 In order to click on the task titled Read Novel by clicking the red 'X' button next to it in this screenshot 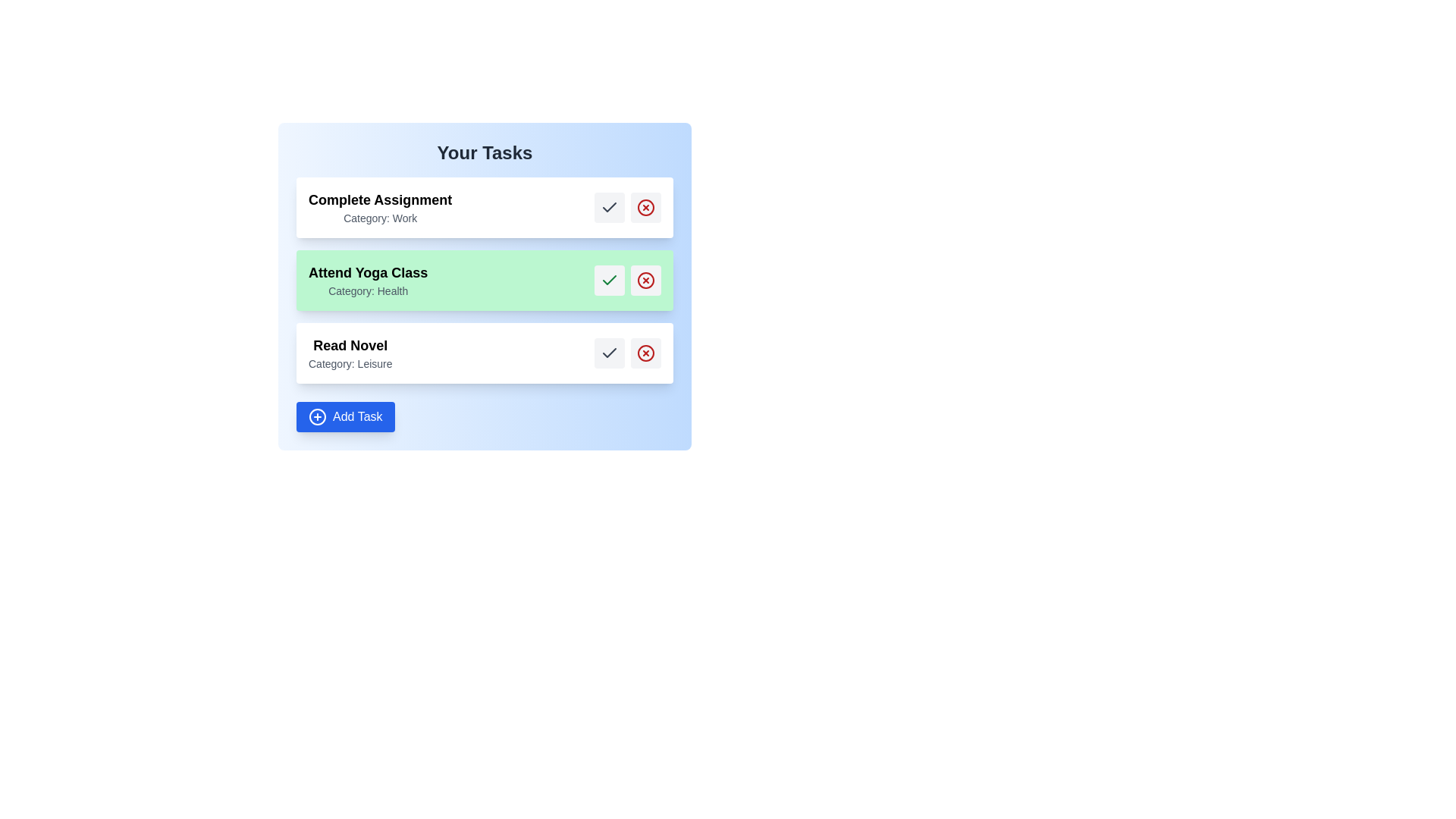, I will do `click(645, 353)`.